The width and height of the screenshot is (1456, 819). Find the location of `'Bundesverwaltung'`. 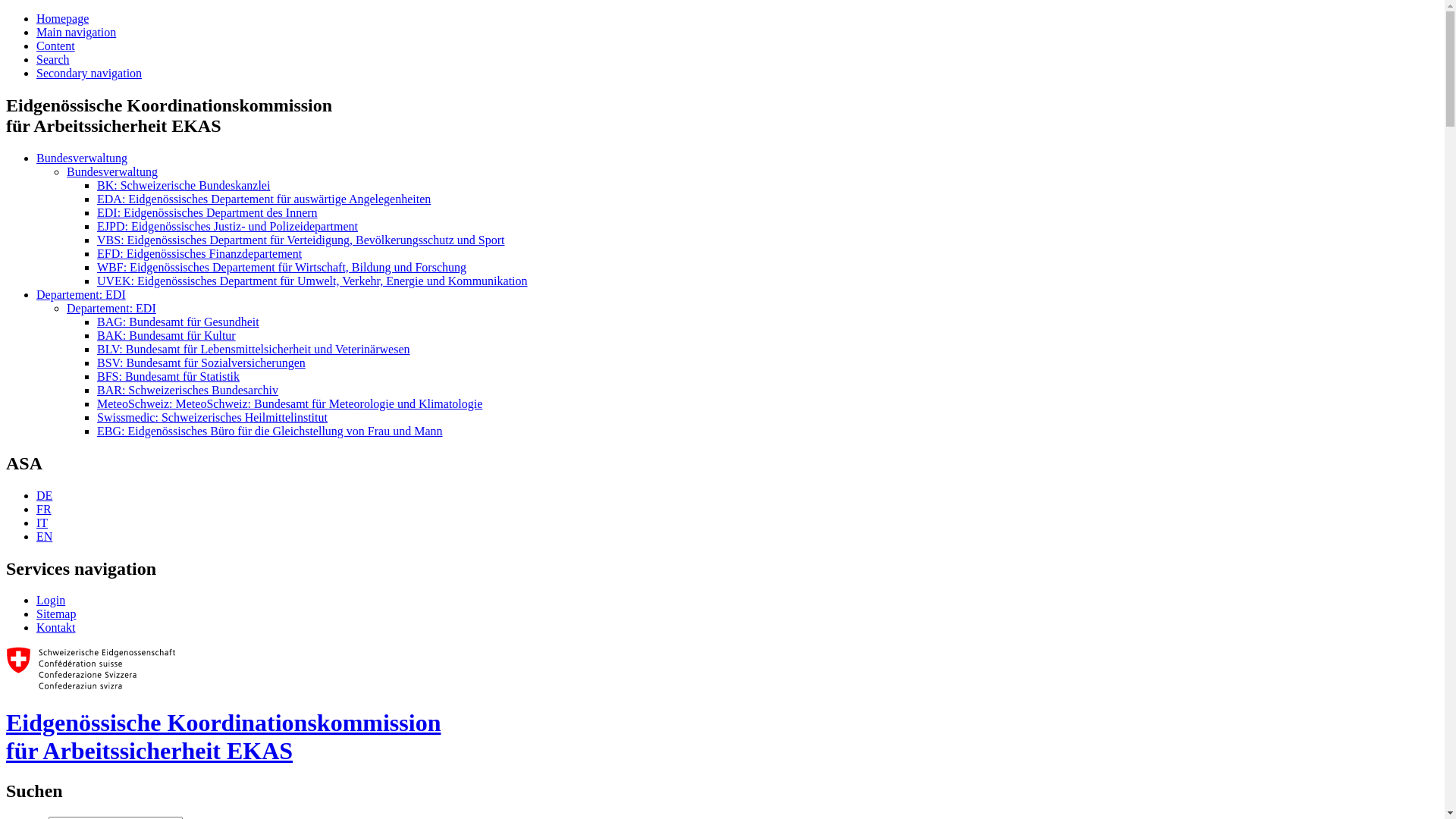

'Bundesverwaltung' is located at coordinates (80, 158).